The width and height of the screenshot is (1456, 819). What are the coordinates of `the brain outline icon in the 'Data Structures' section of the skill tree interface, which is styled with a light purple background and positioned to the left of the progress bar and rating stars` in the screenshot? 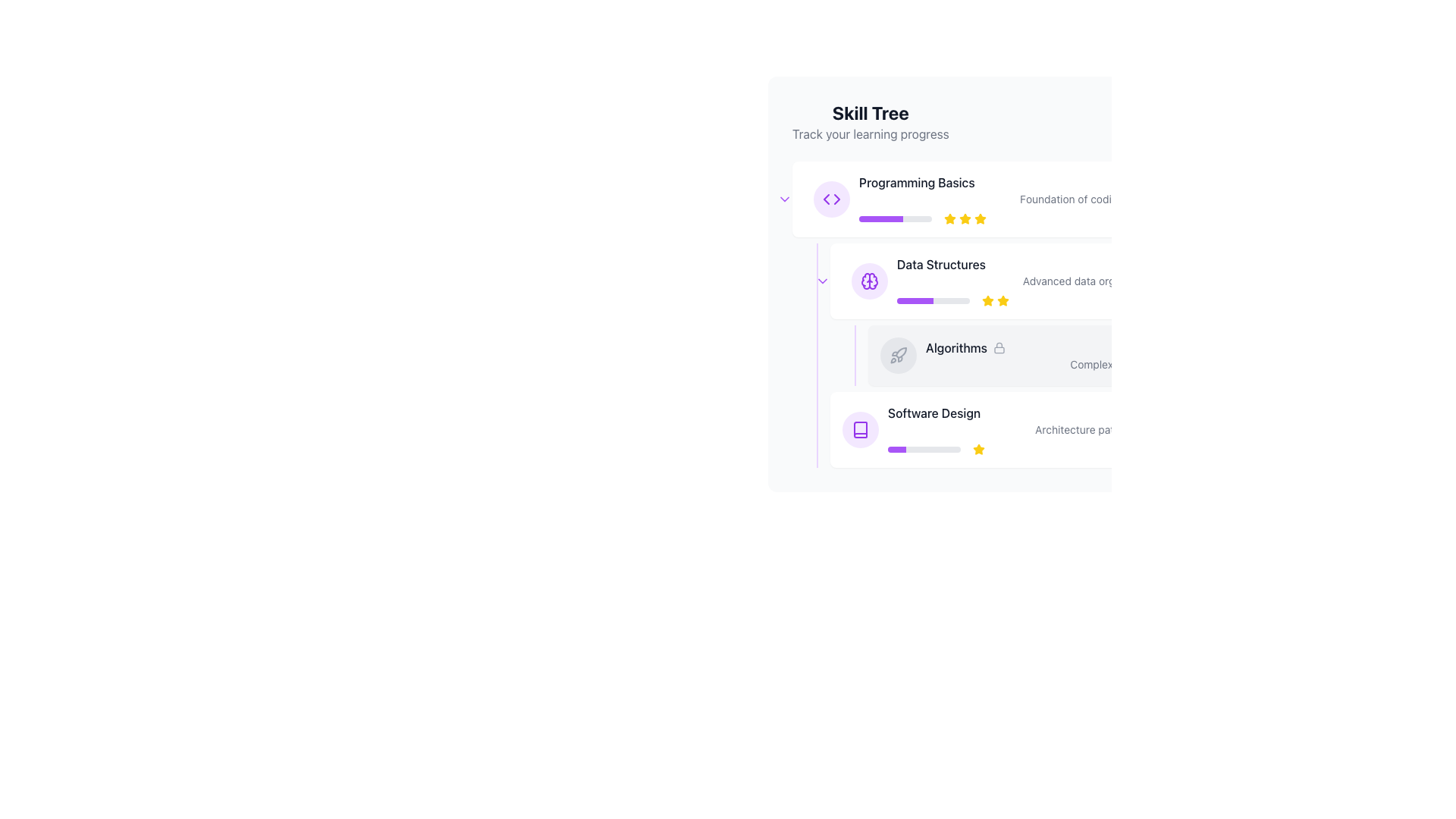 It's located at (870, 281).